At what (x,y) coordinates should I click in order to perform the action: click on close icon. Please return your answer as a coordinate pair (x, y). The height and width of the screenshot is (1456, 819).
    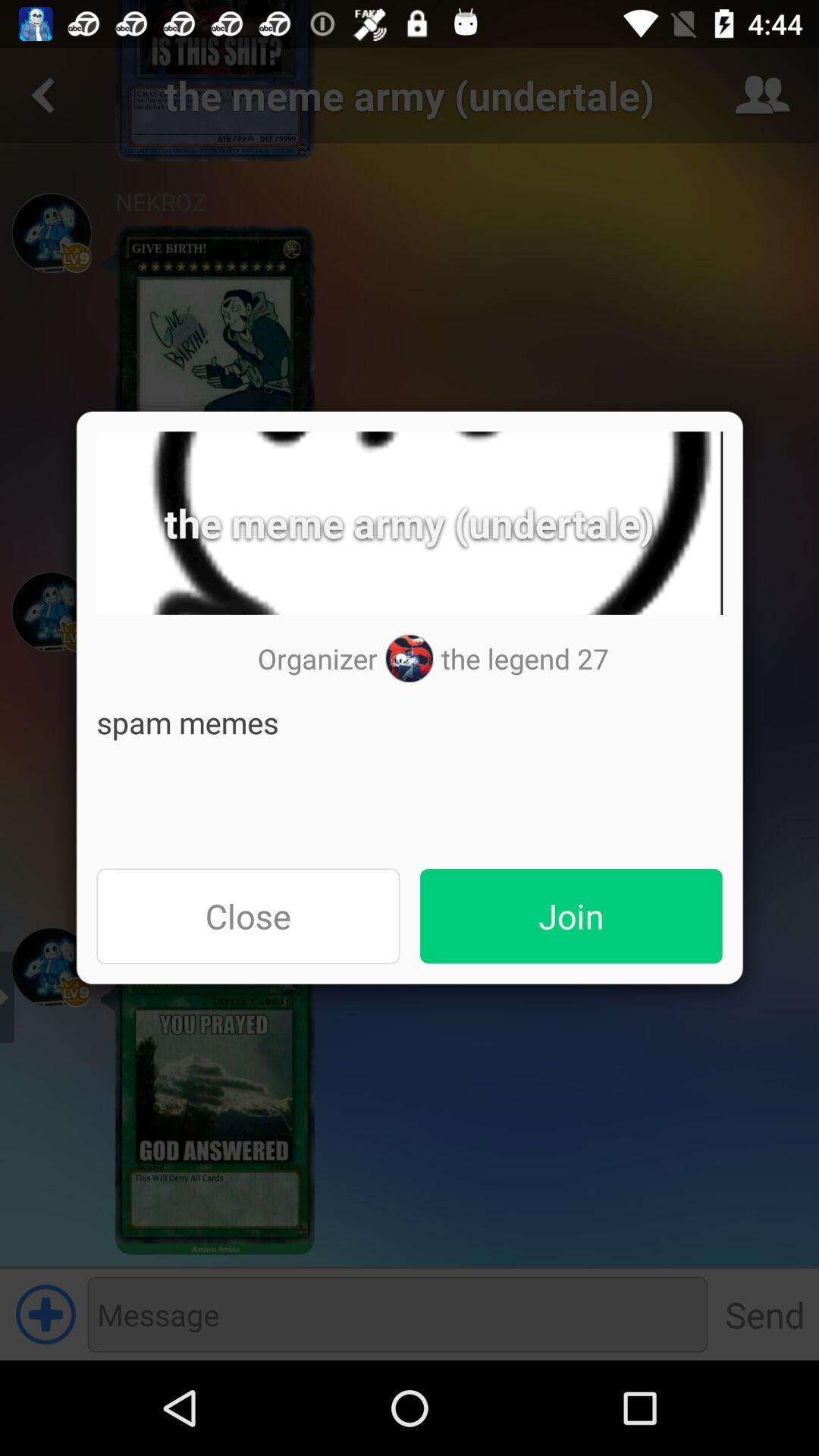
    Looking at the image, I should click on (247, 915).